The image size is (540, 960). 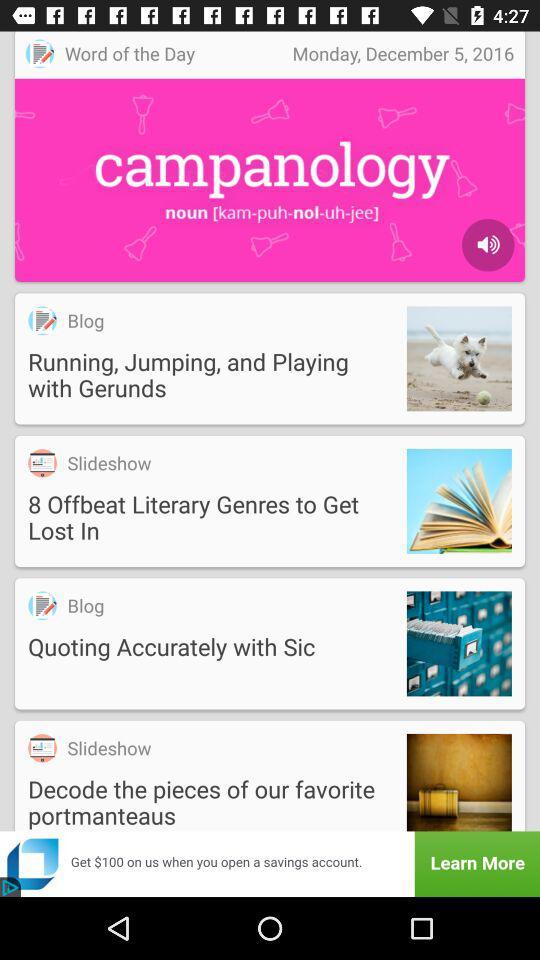 What do you see at coordinates (487, 244) in the screenshot?
I see `sound option` at bounding box center [487, 244].